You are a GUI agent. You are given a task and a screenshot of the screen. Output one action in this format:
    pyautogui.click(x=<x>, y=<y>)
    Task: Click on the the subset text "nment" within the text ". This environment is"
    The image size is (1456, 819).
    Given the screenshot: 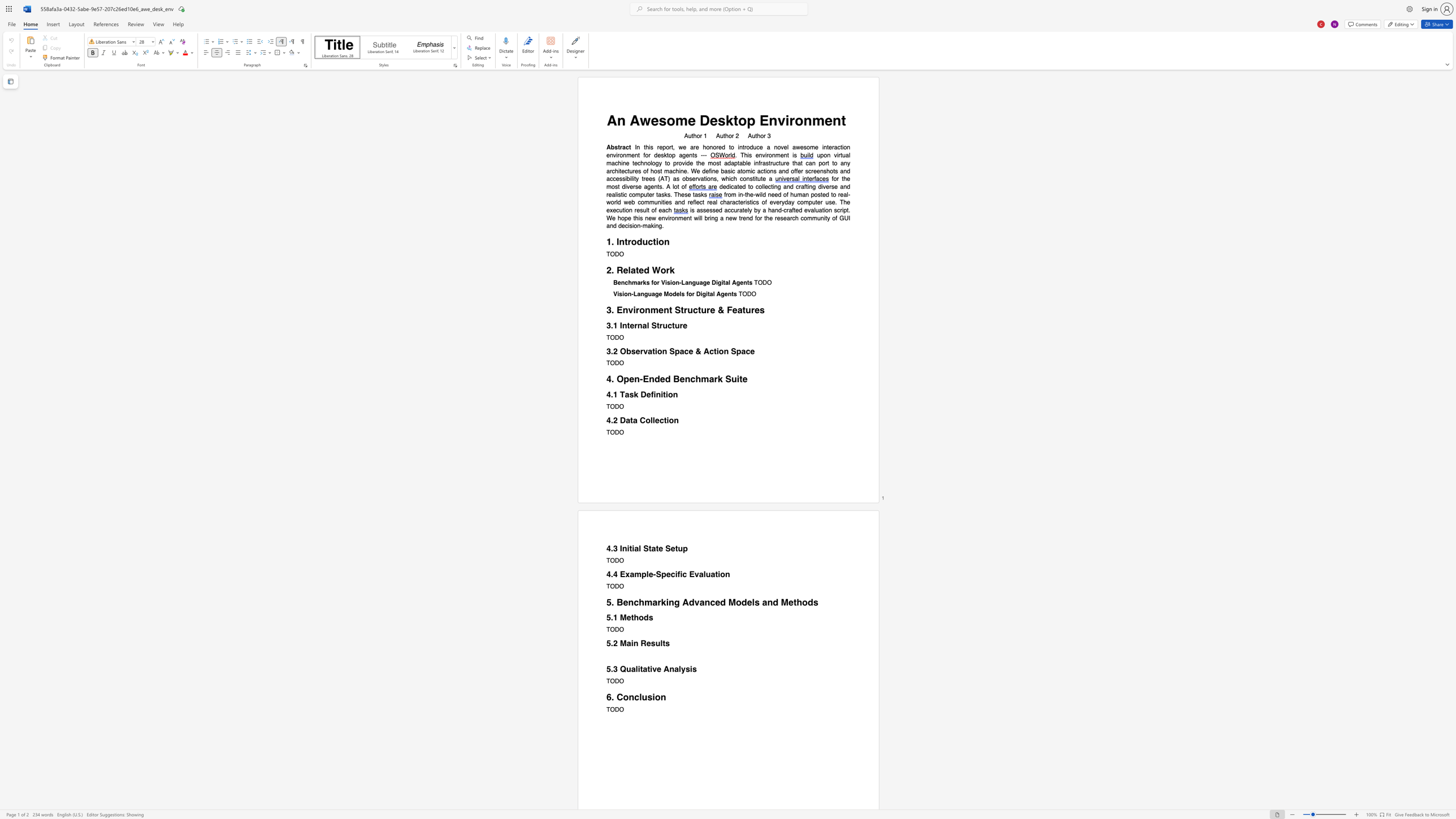 What is the action you would take?
    pyautogui.click(x=772, y=155)
    